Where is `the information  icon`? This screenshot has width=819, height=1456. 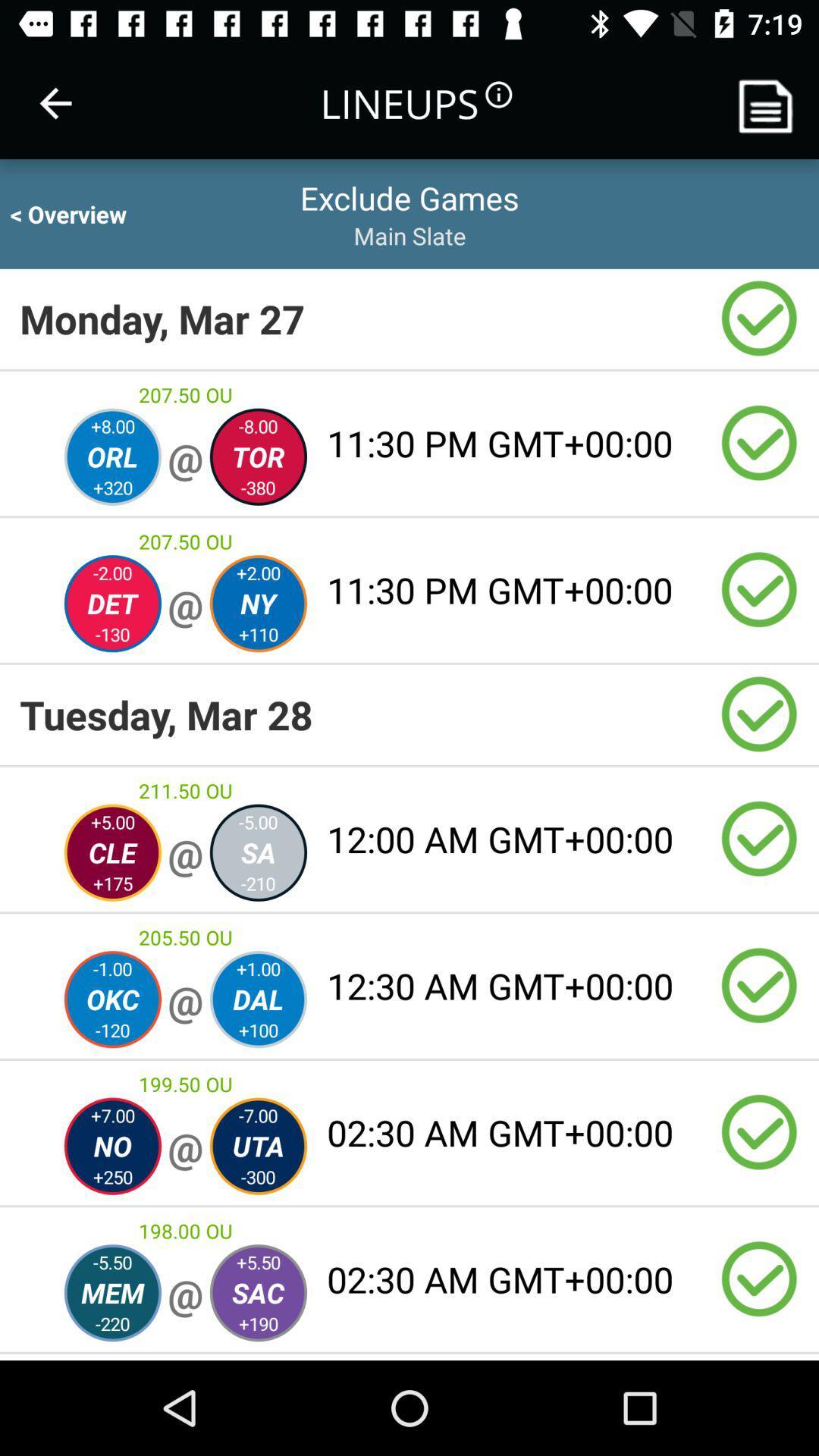
the information  icon is located at coordinates (497, 93).